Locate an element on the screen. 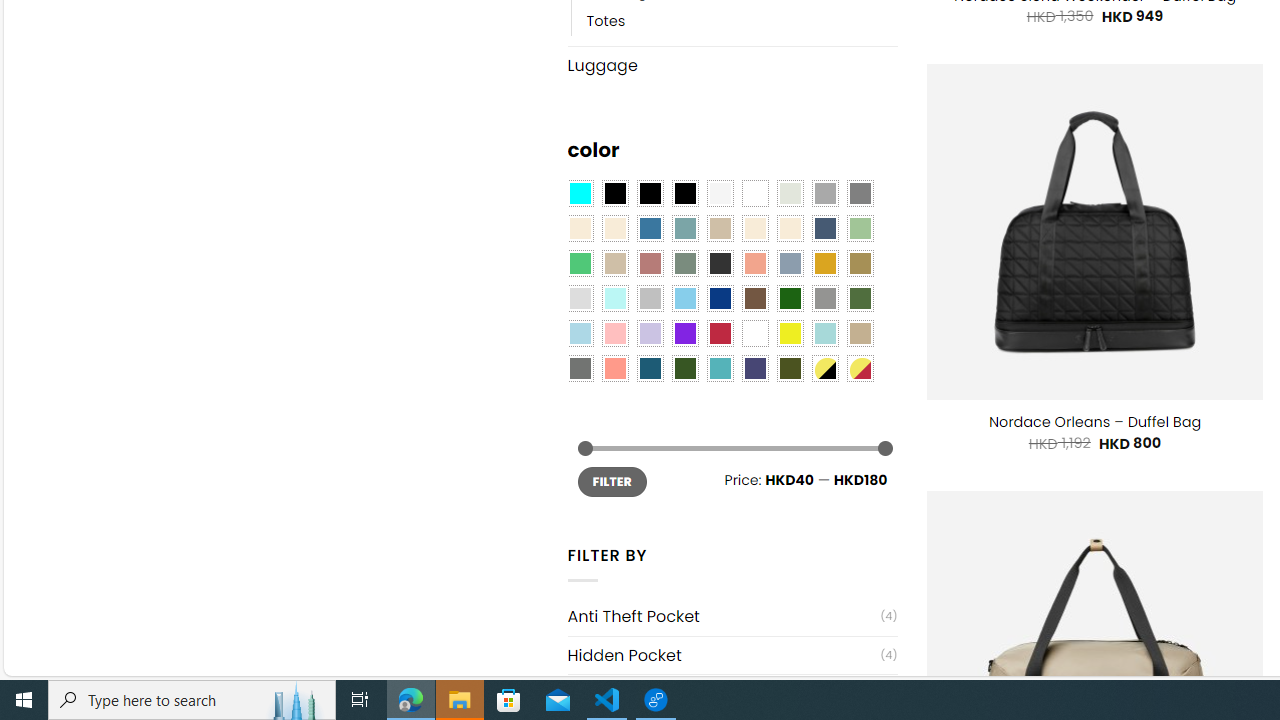 The width and height of the screenshot is (1280, 720). 'Blue' is located at coordinates (650, 227).